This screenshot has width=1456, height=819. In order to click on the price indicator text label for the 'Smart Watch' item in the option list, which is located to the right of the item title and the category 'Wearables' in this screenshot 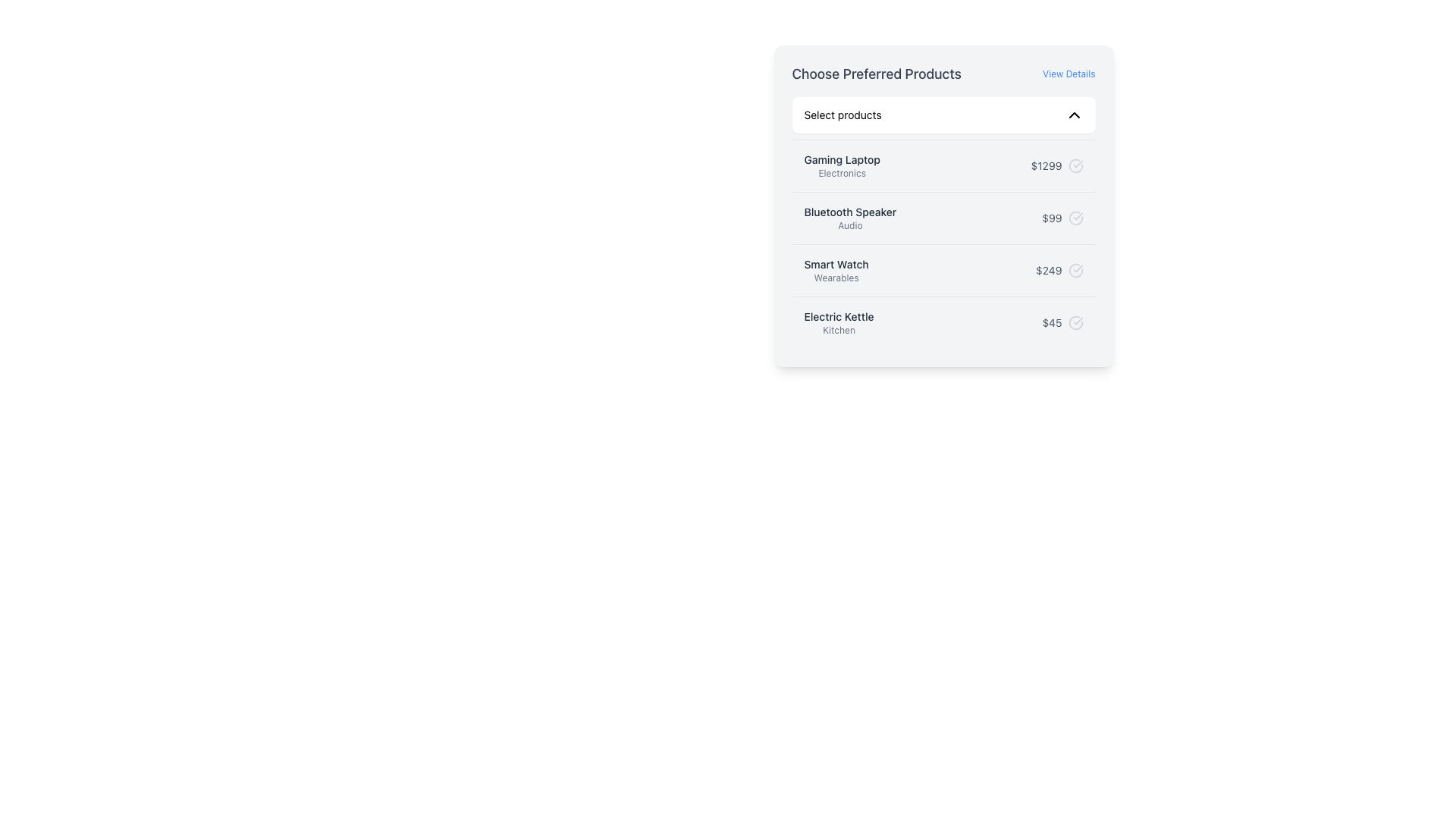, I will do `click(1048, 270)`.